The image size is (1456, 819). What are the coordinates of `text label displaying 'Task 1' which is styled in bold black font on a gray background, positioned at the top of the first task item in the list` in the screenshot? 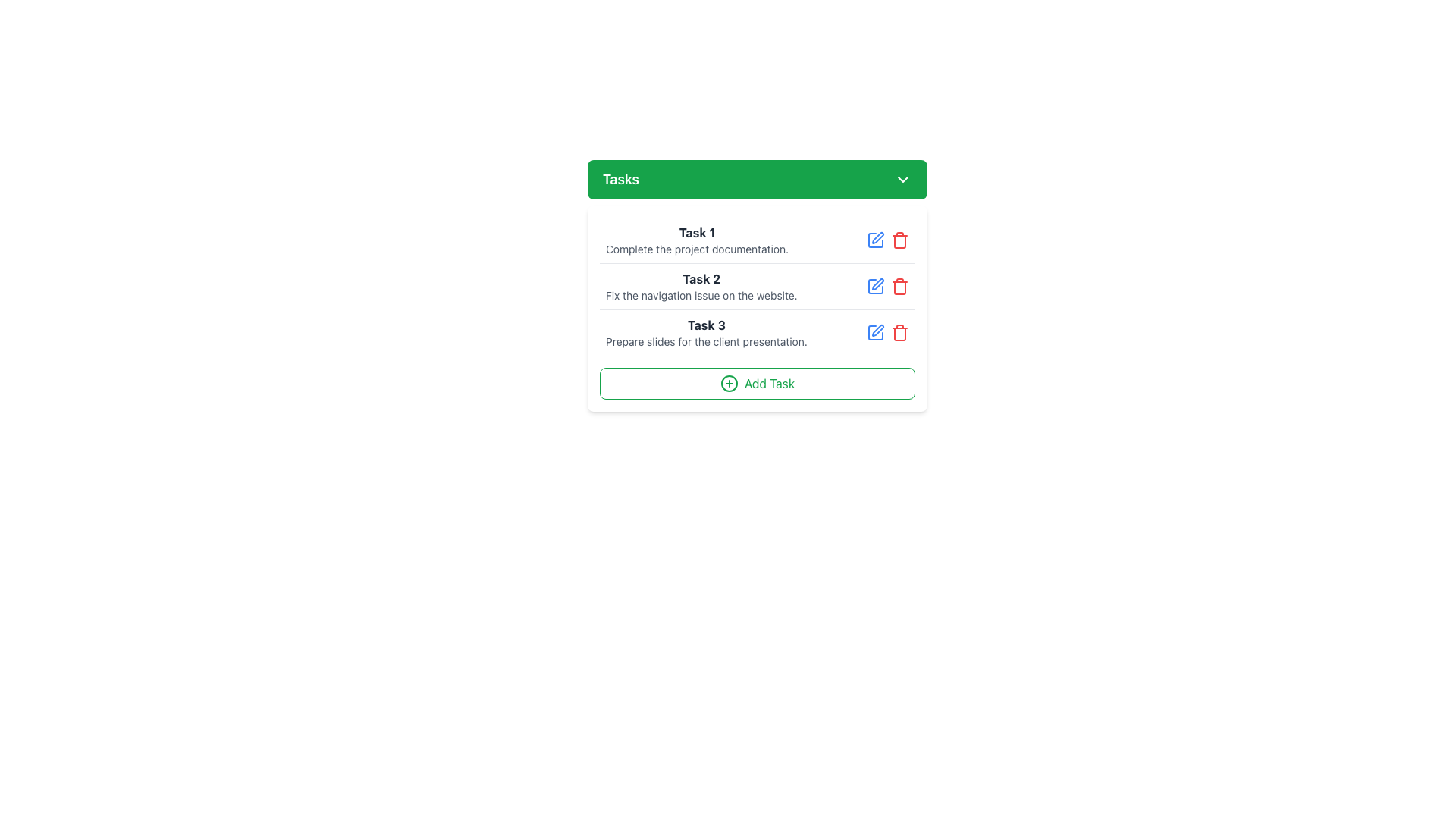 It's located at (696, 233).